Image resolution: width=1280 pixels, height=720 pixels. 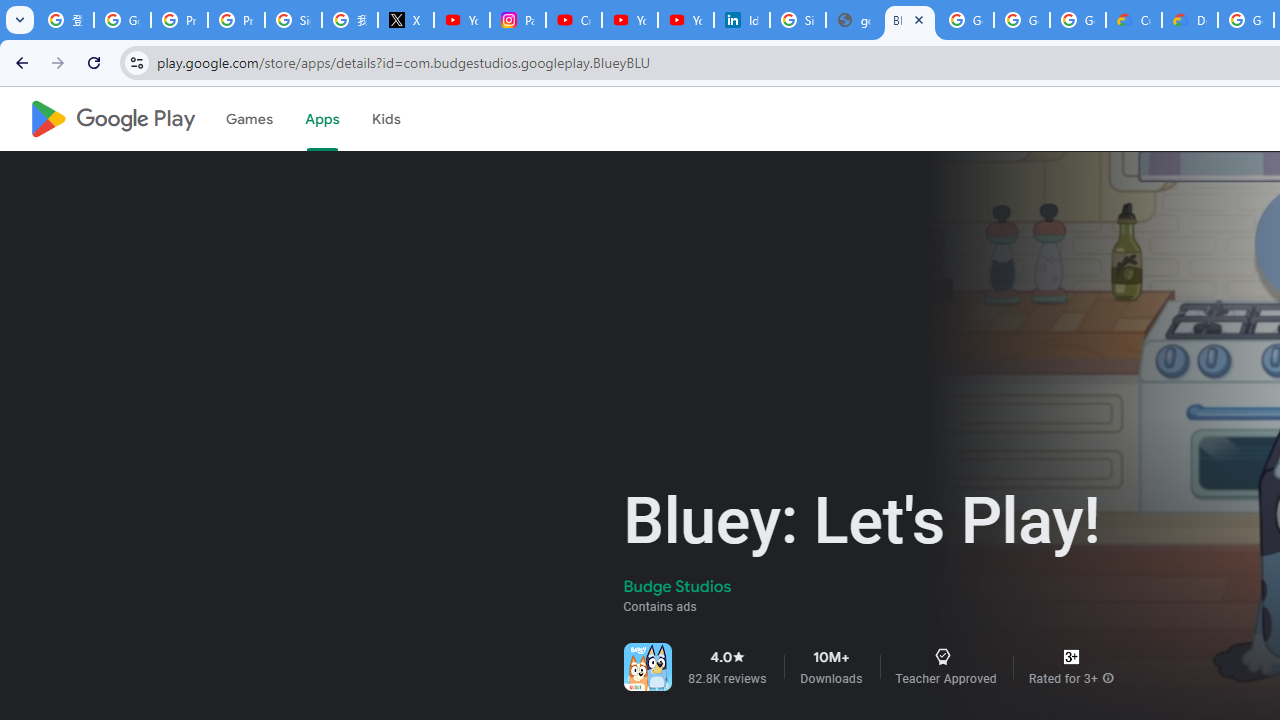 I want to click on 'X', so click(x=404, y=20).